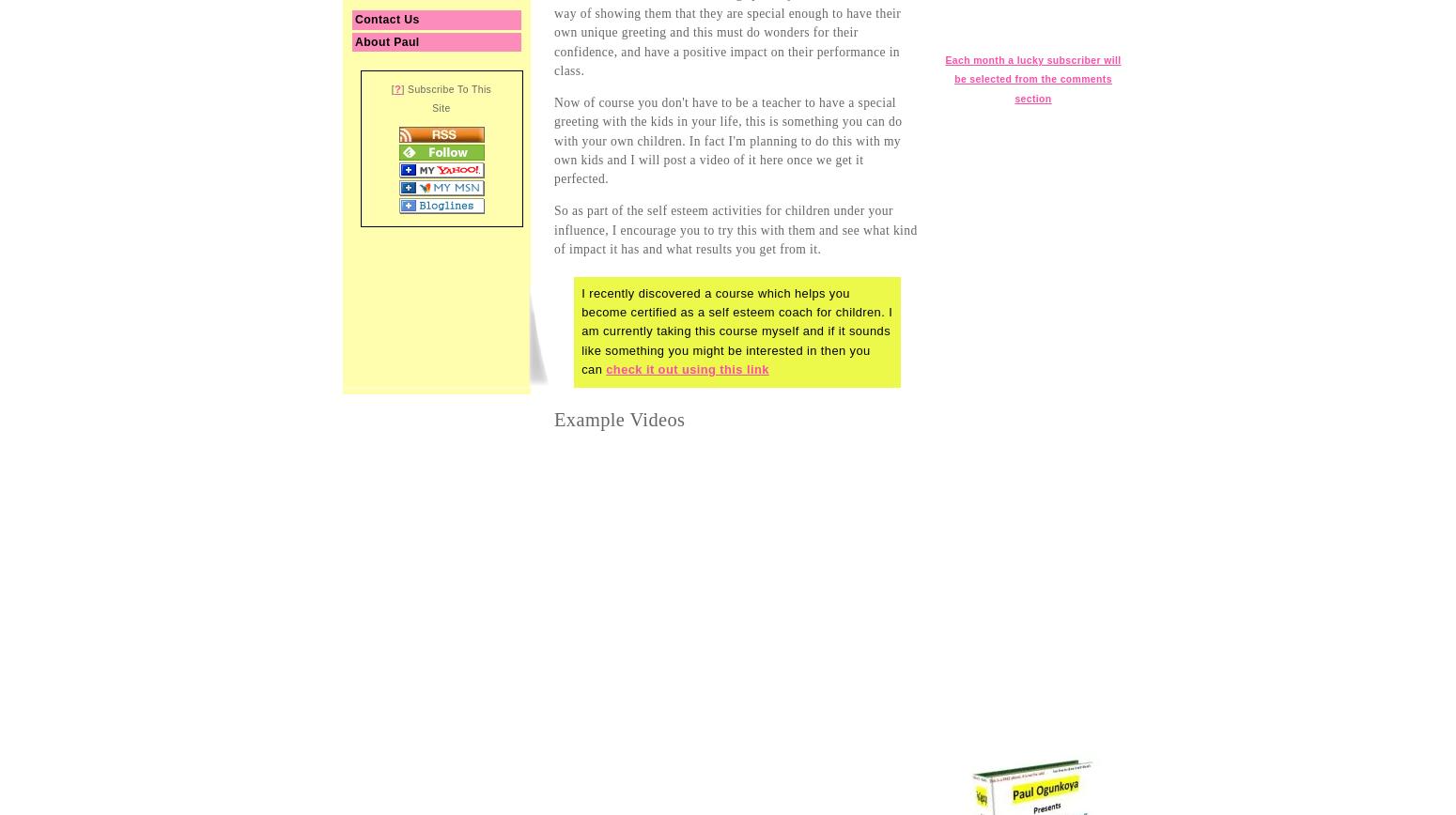 This screenshot has height=815, width=1456. What do you see at coordinates (397, 88) in the screenshot?
I see `'?'` at bounding box center [397, 88].